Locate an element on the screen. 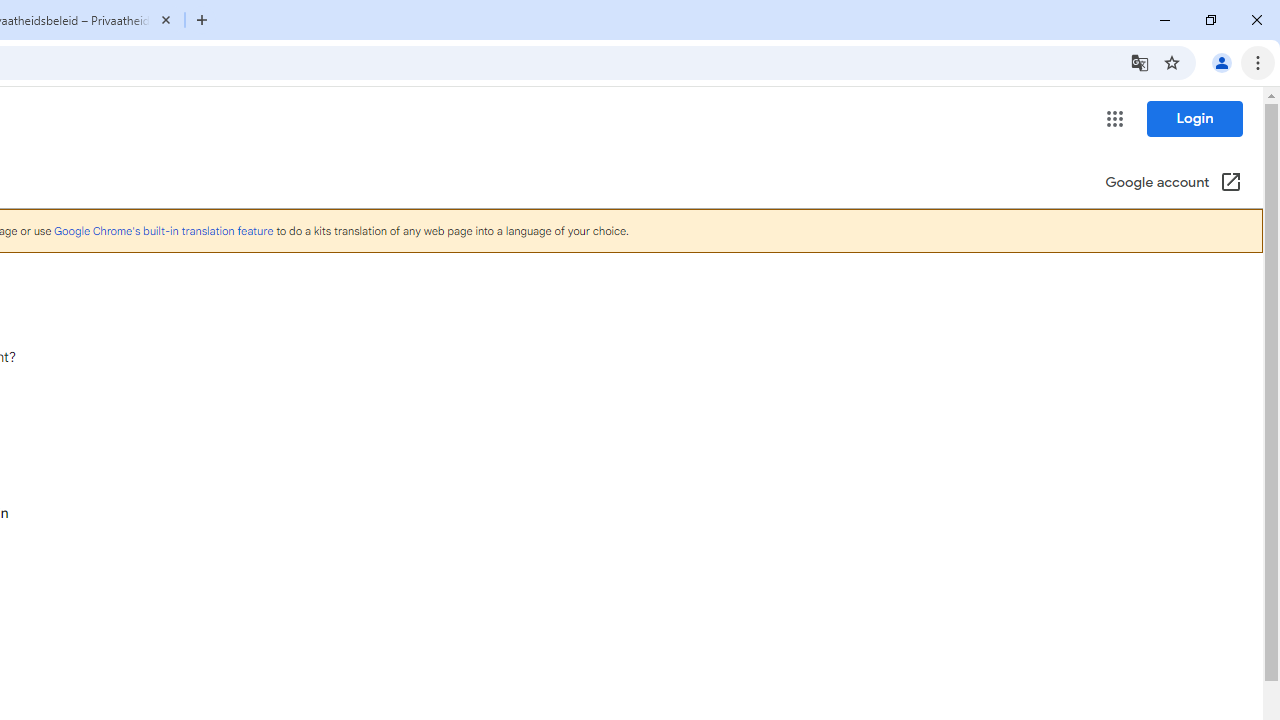 The width and height of the screenshot is (1280, 720). 'Translate this page' is located at coordinates (1139, 61).